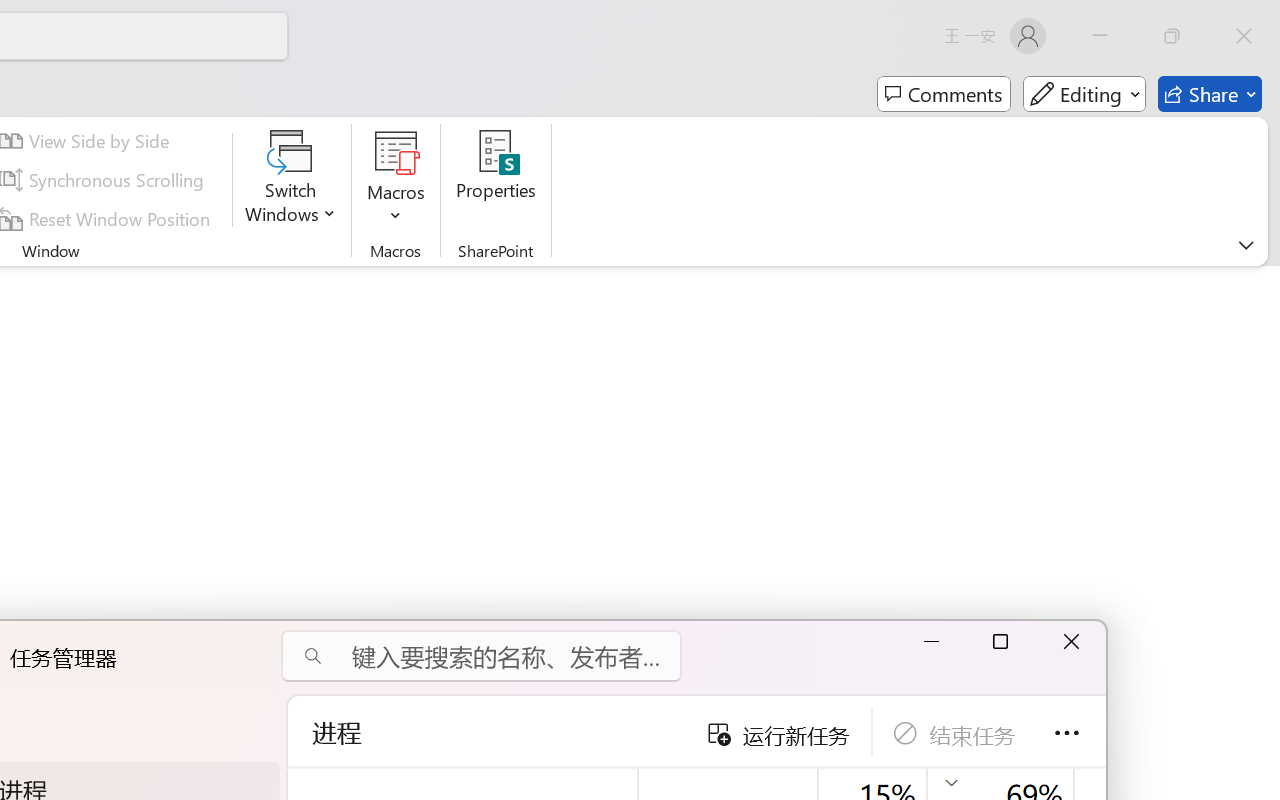 This screenshot has height=800, width=1280. I want to click on 'View Macros', so click(396, 151).